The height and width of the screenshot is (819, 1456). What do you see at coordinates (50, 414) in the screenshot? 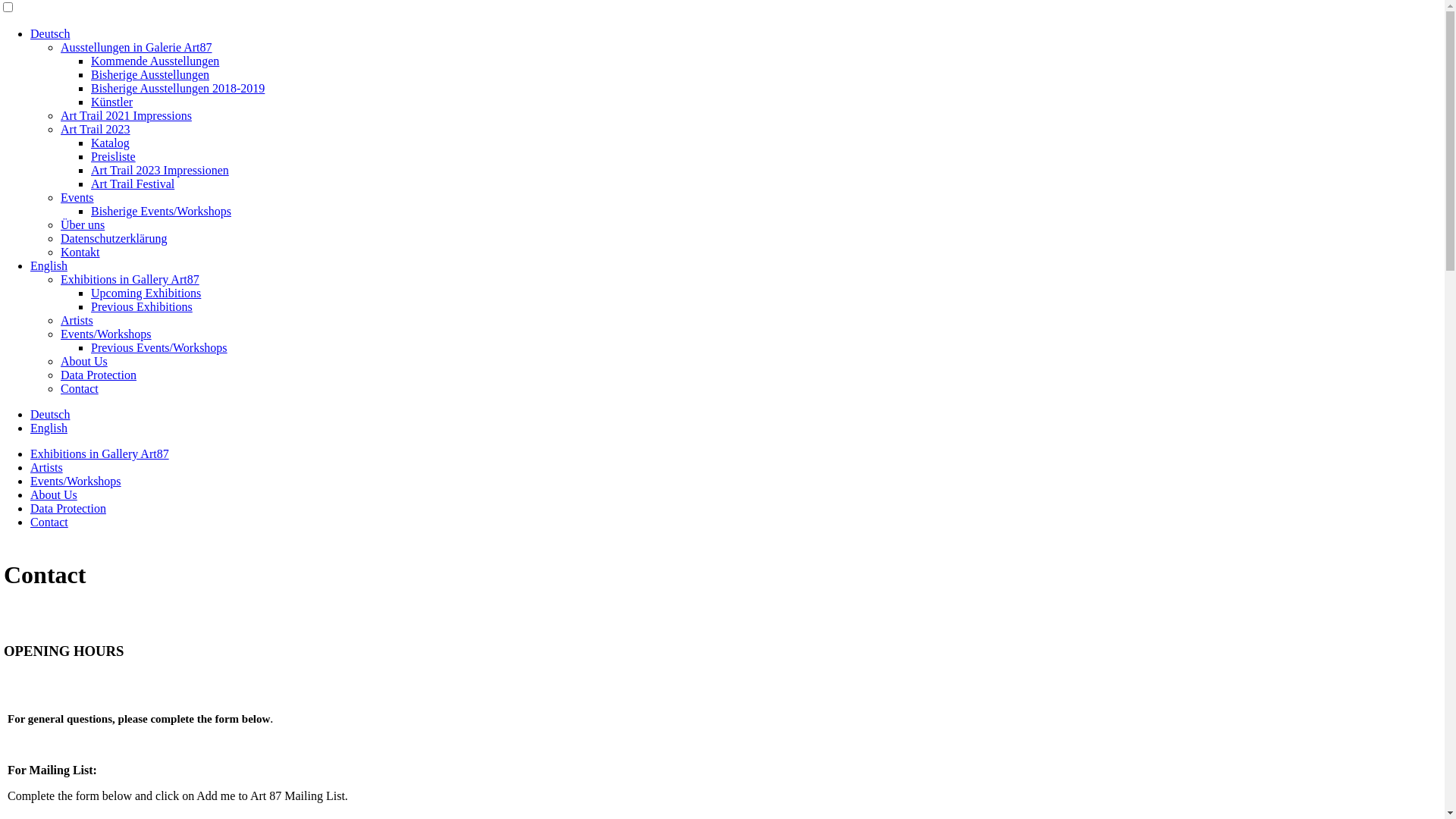
I see `'Deutsch'` at bounding box center [50, 414].